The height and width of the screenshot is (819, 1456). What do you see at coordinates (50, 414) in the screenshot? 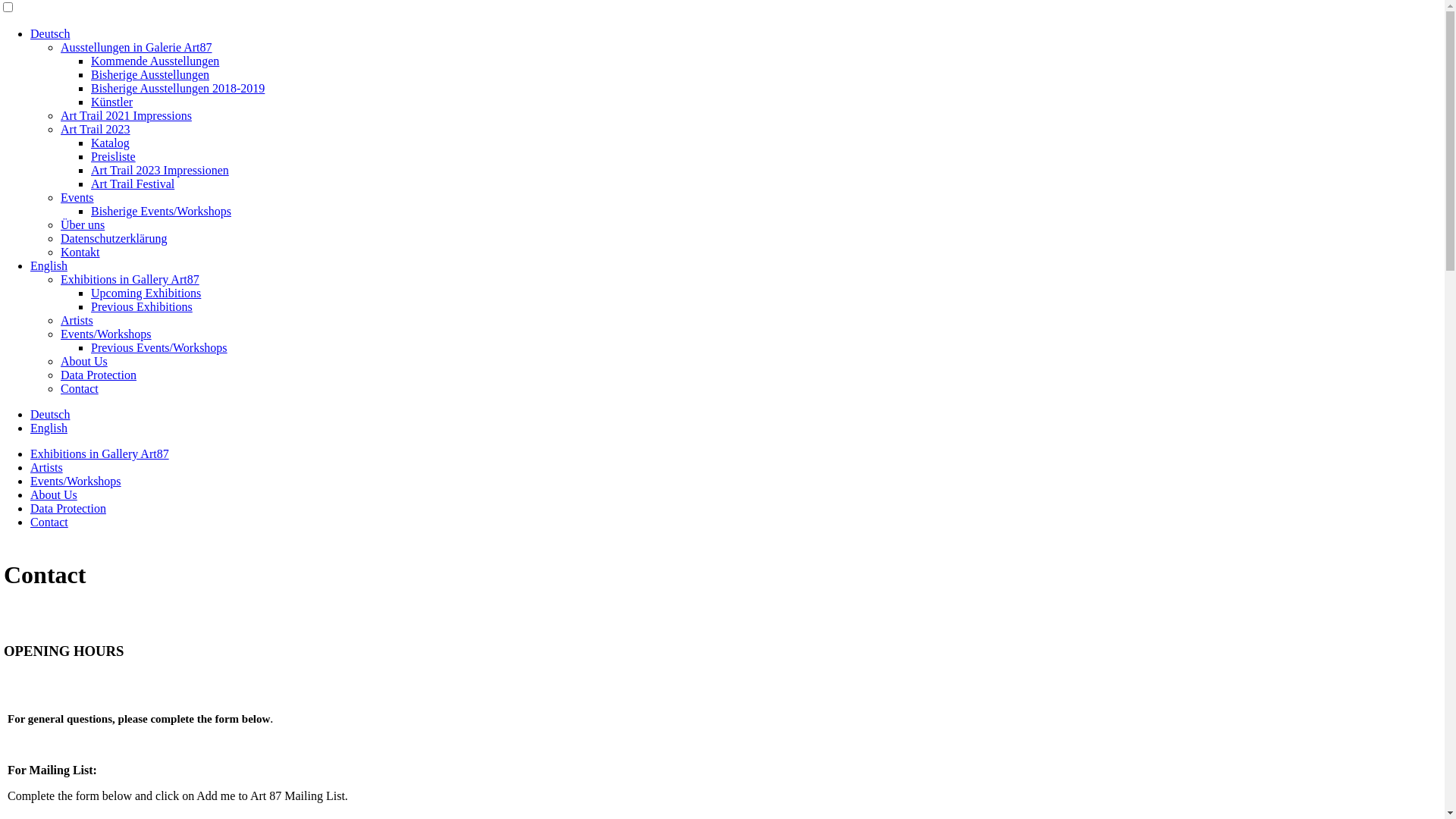
I see `'Deutsch'` at bounding box center [50, 414].